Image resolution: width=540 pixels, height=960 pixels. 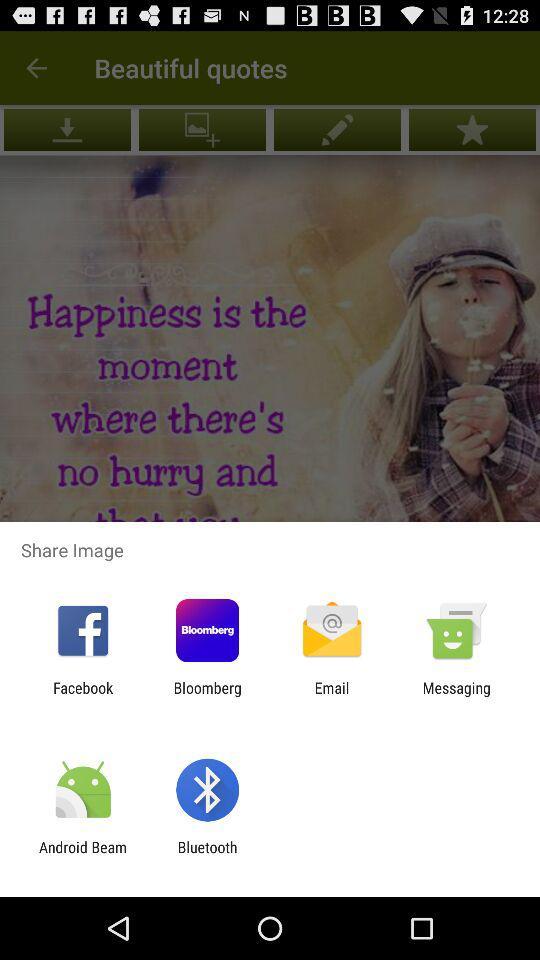 What do you see at coordinates (332, 696) in the screenshot?
I see `the item next to messaging` at bounding box center [332, 696].